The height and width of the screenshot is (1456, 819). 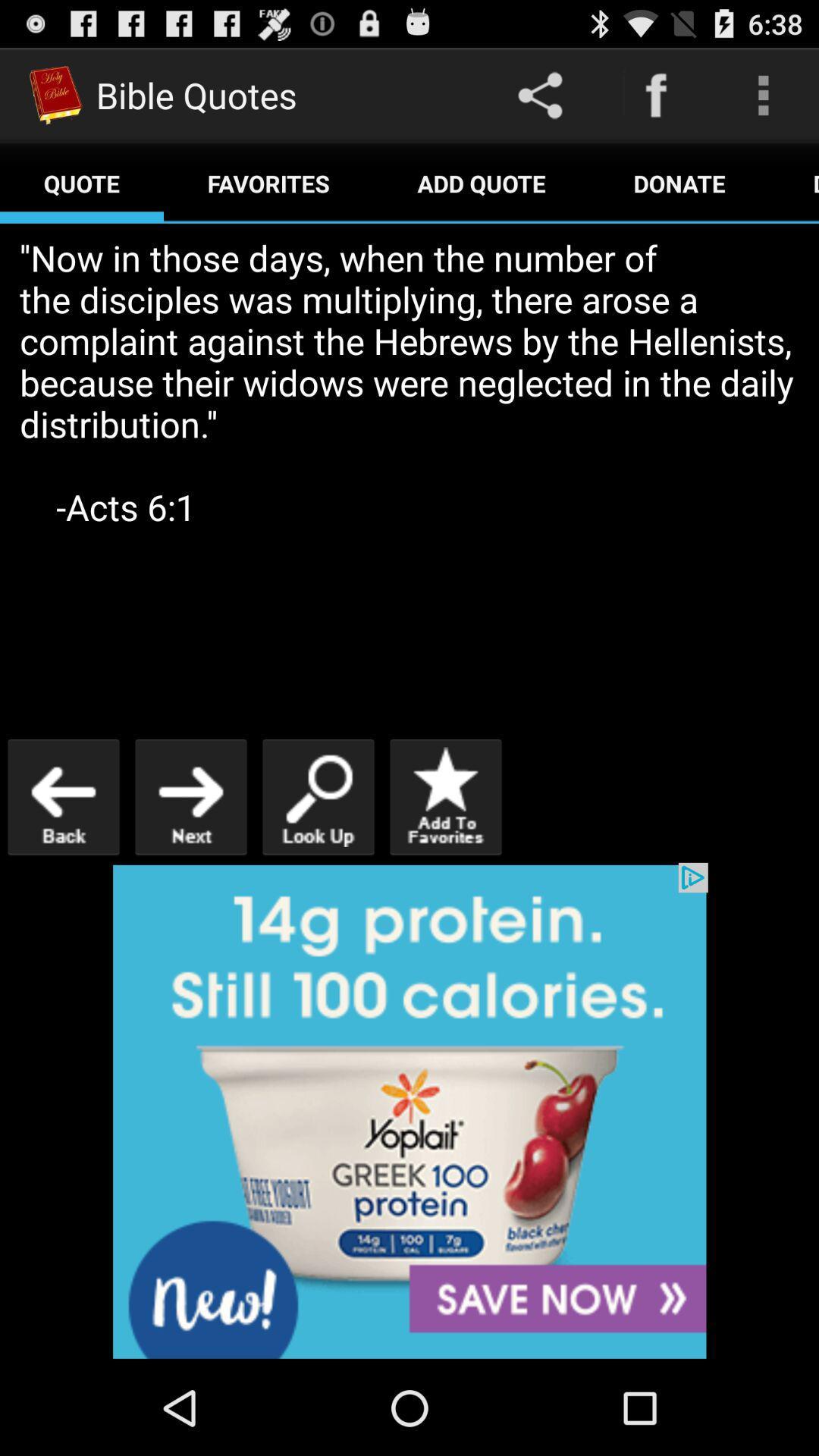 I want to click on back, so click(x=63, y=796).